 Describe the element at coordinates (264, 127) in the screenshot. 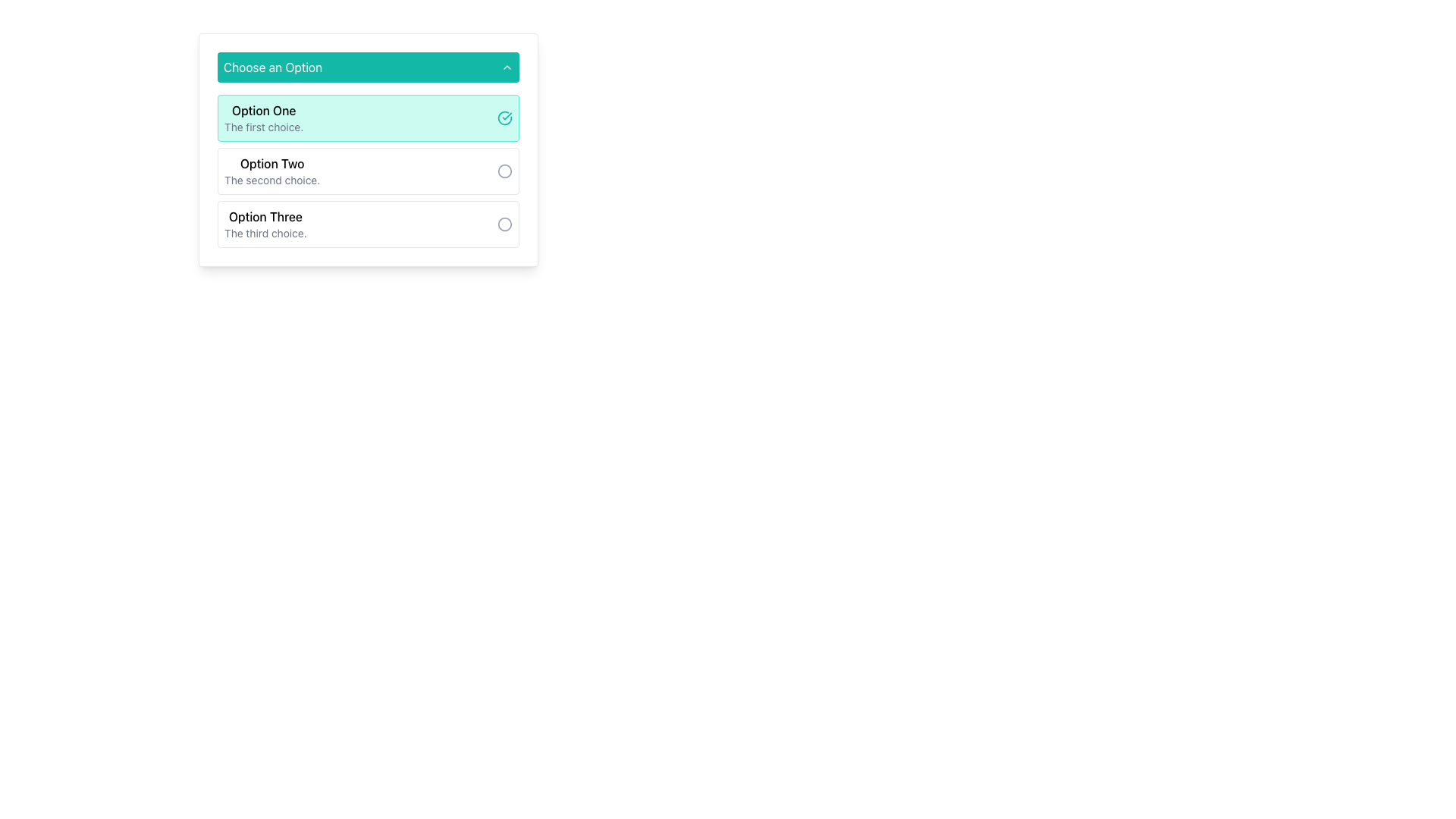

I see `text label that reads 'The first choice.' located beneath 'Option One' in a selectable card structure` at that location.